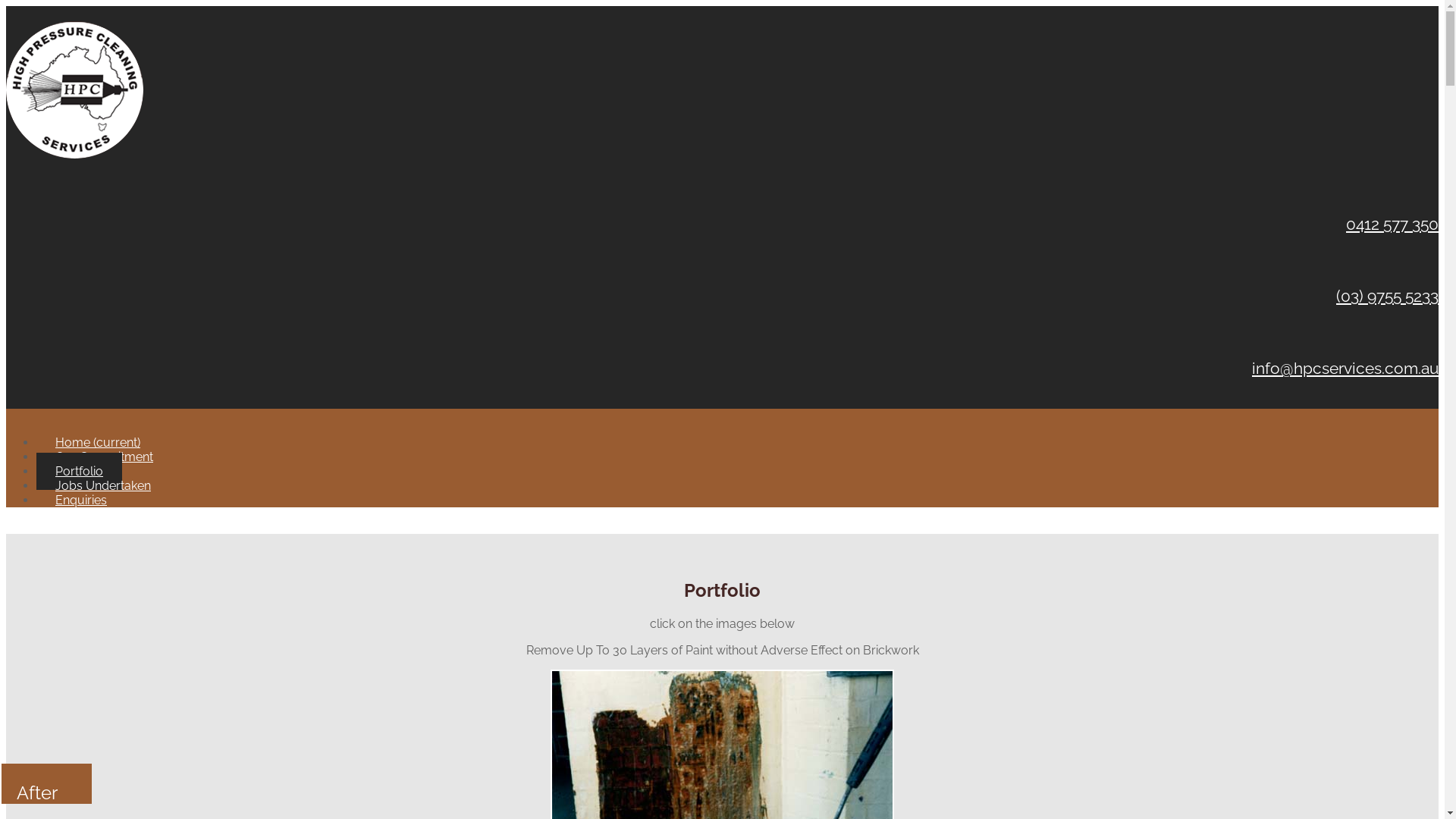  What do you see at coordinates (97, 442) in the screenshot?
I see `'Home (current)'` at bounding box center [97, 442].